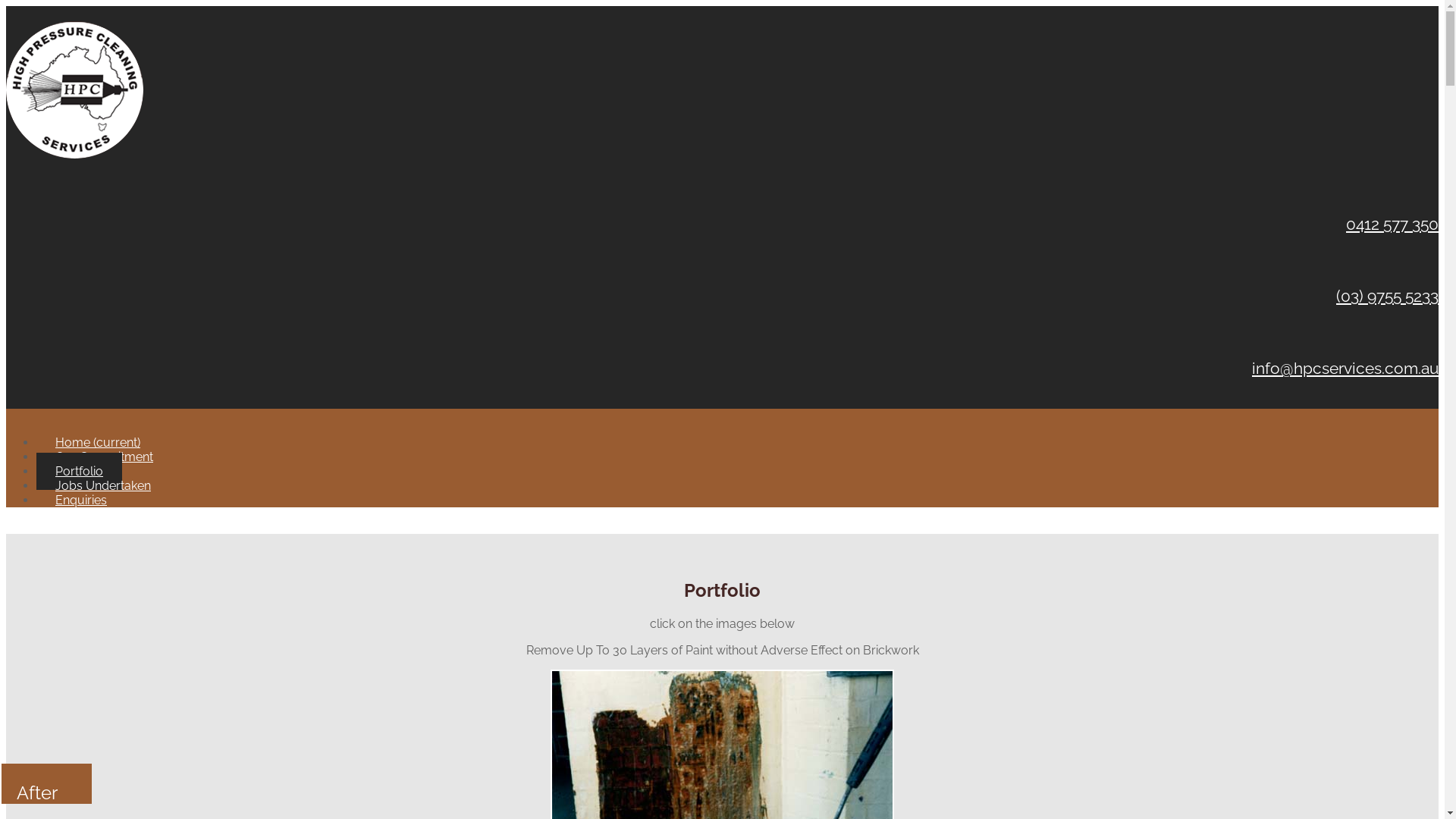  What do you see at coordinates (97, 442) in the screenshot?
I see `'Home (current)'` at bounding box center [97, 442].